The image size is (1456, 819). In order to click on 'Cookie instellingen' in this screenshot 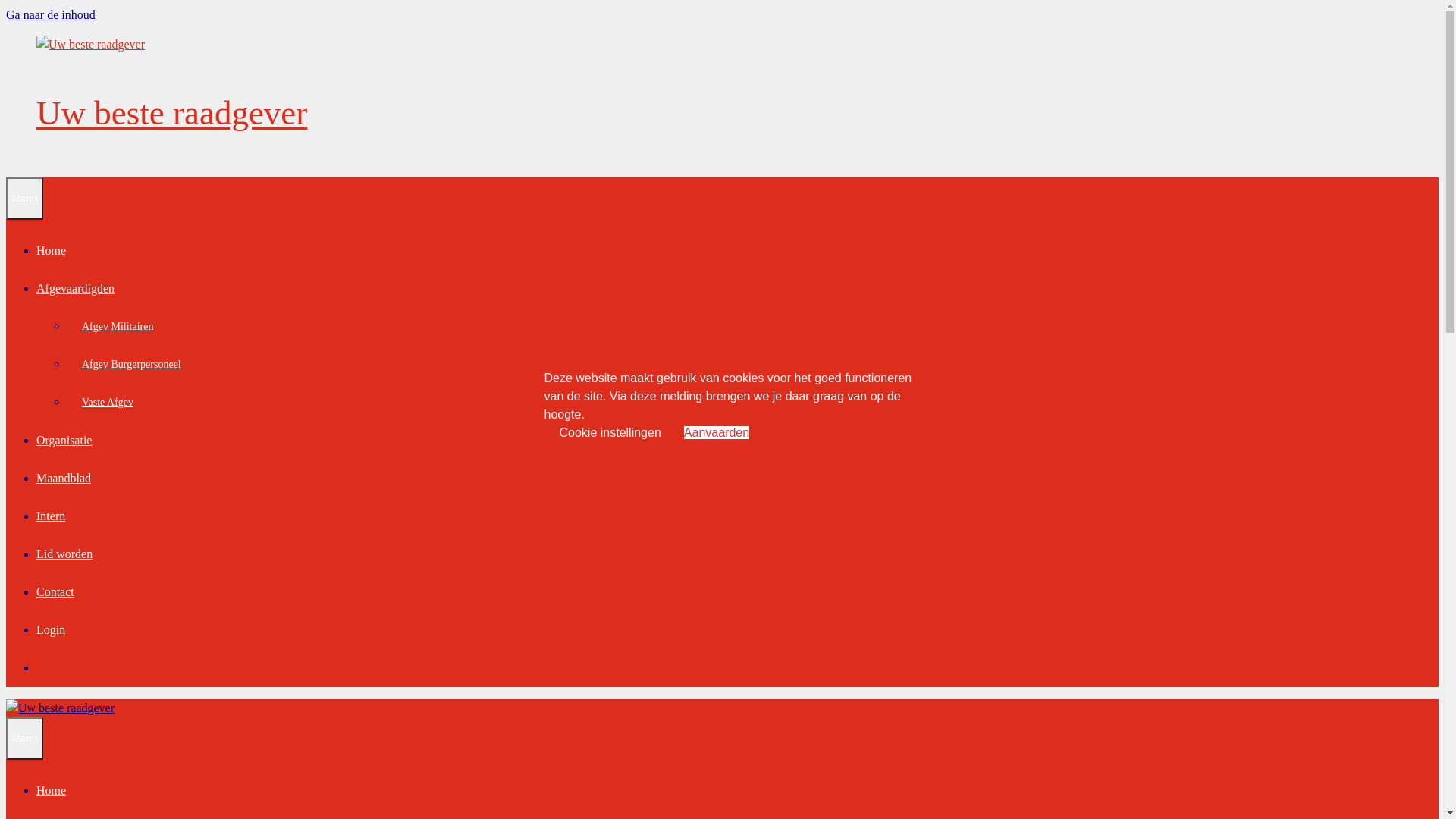, I will do `click(610, 432)`.